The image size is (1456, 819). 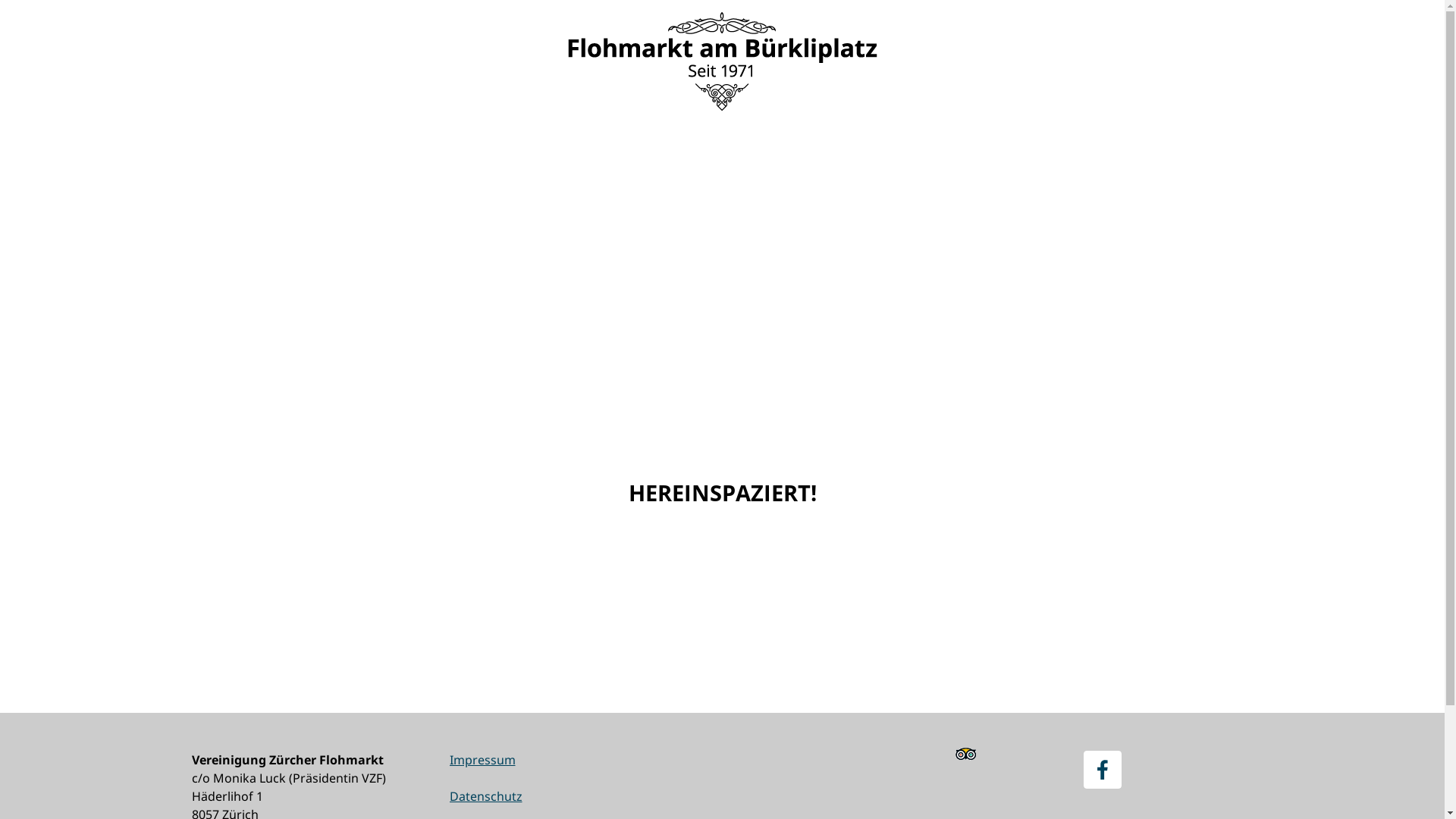 I want to click on 'HEREINSPAZIERT!', so click(x=720, y=493).